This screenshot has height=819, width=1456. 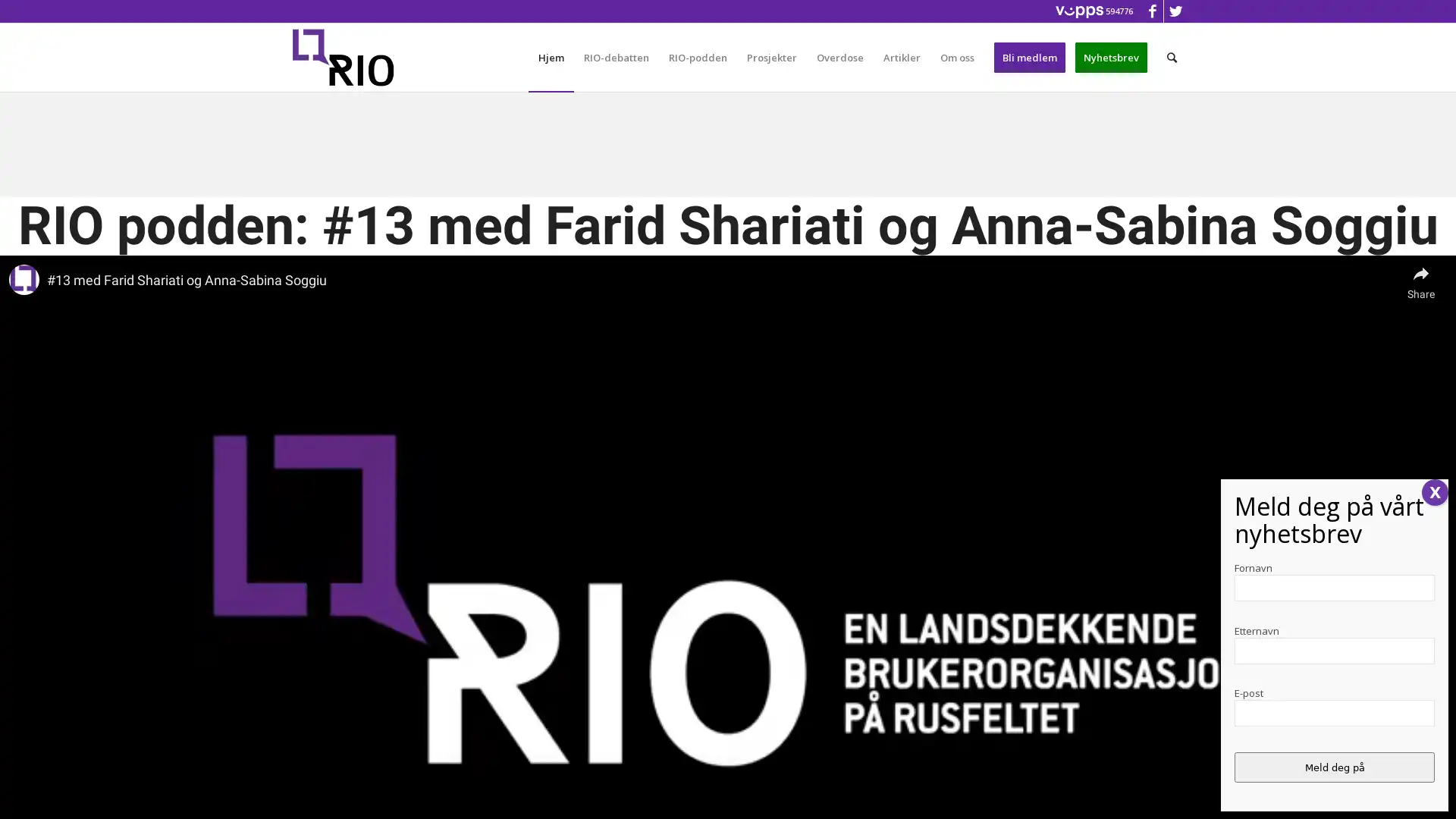 I want to click on Close, so click(x=1434, y=492).